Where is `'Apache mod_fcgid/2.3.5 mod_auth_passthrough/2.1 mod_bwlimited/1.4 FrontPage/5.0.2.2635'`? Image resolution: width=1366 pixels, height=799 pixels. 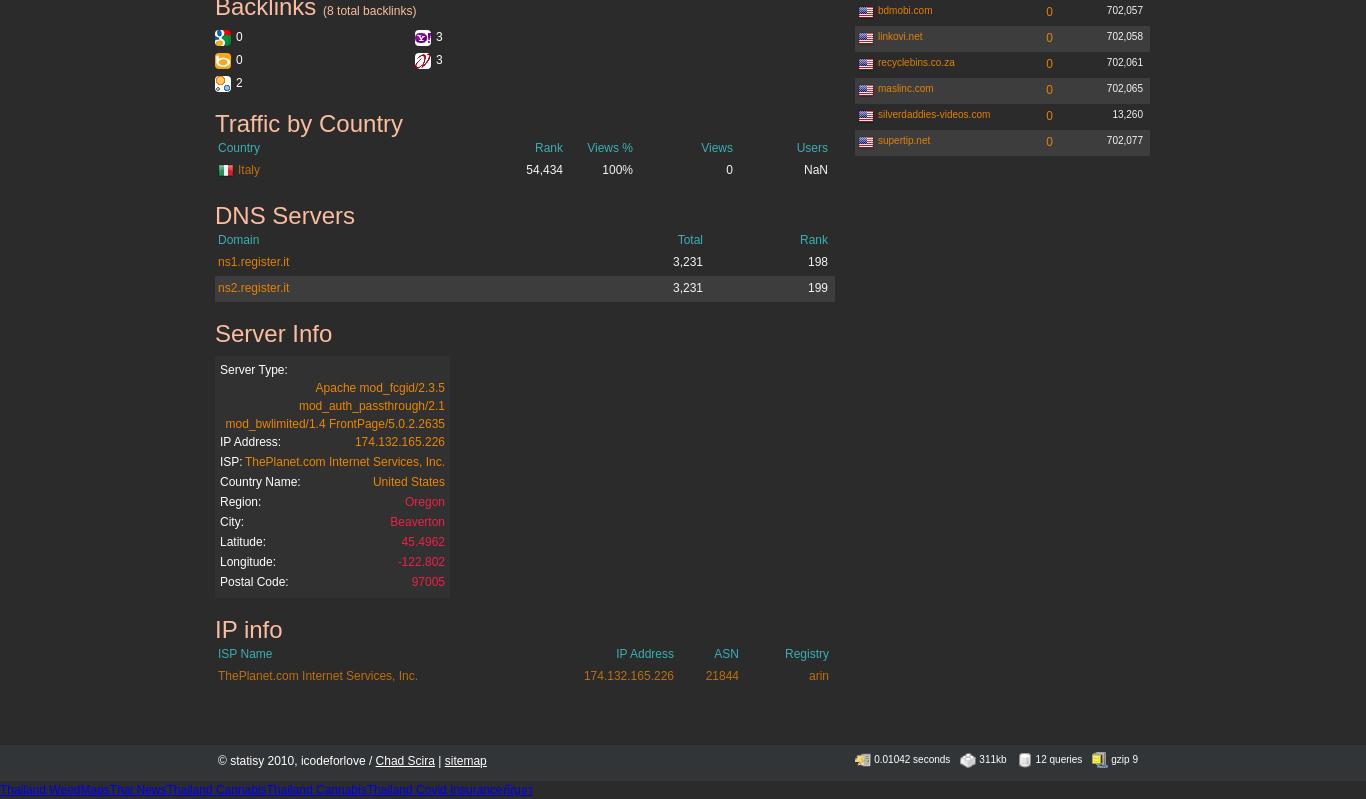
'Apache mod_fcgid/2.3.5 mod_auth_passthrough/2.1 mod_bwlimited/1.4 FrontPage/5.0.2.2635' is located at coordinates (334, 404).